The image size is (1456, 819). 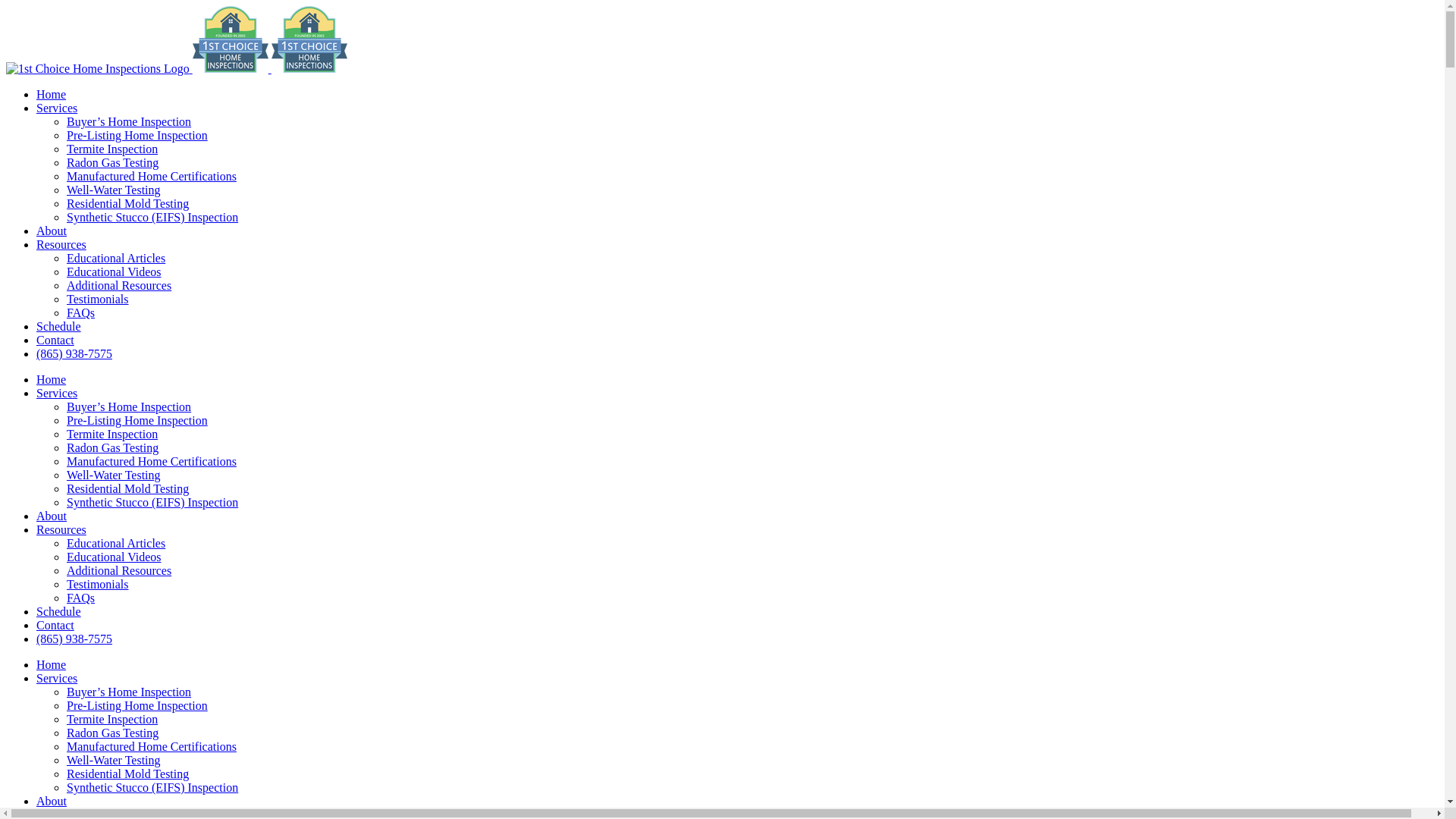 I want to click on 'Pre-Listing Home Inspection', so click(x=137, y=705).